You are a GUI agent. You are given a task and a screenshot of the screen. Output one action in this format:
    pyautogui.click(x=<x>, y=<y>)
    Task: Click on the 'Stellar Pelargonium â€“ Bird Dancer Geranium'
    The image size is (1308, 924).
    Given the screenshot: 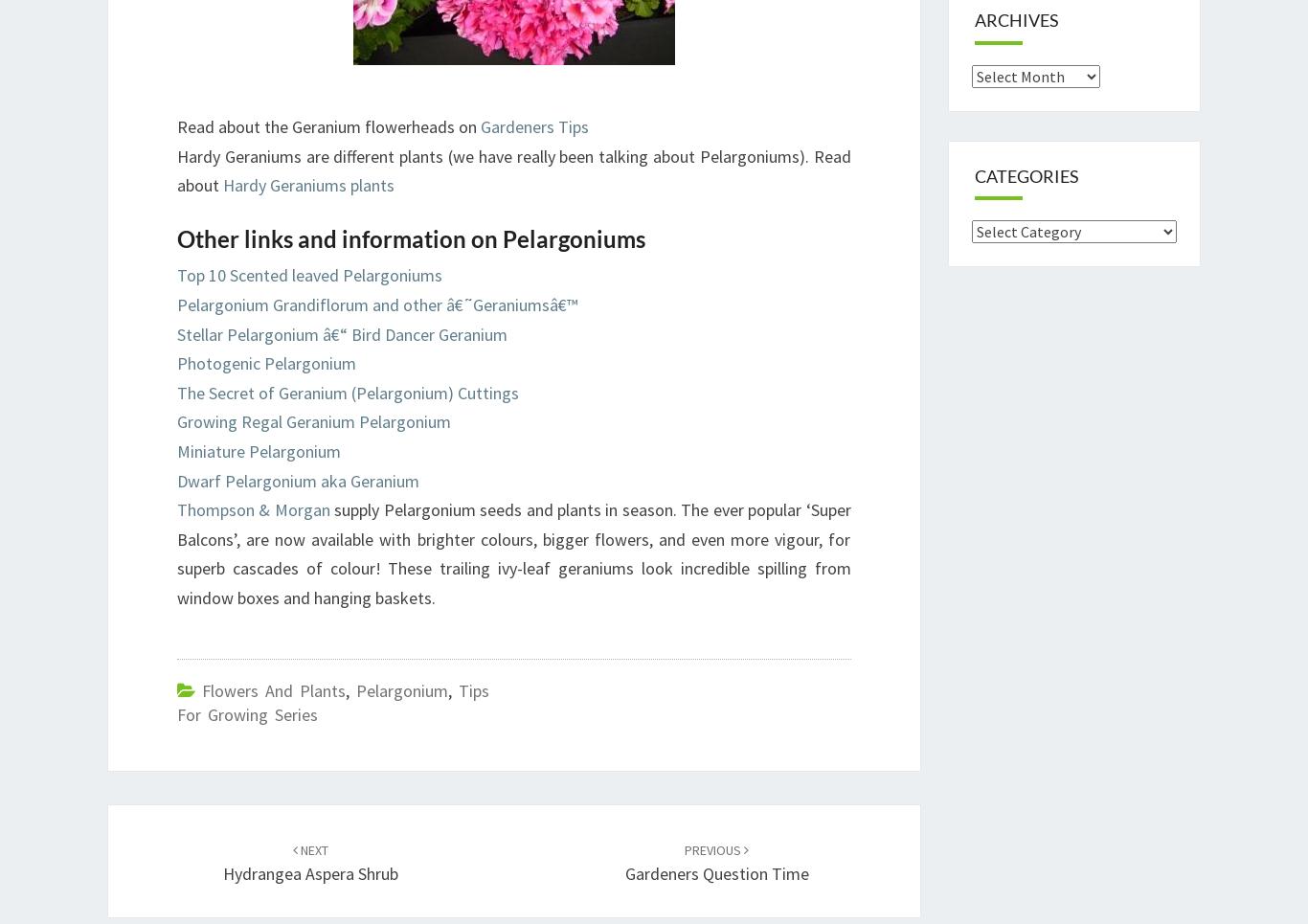 What is the action you would take?
    pyautogui.click(x=341, y=333)
    